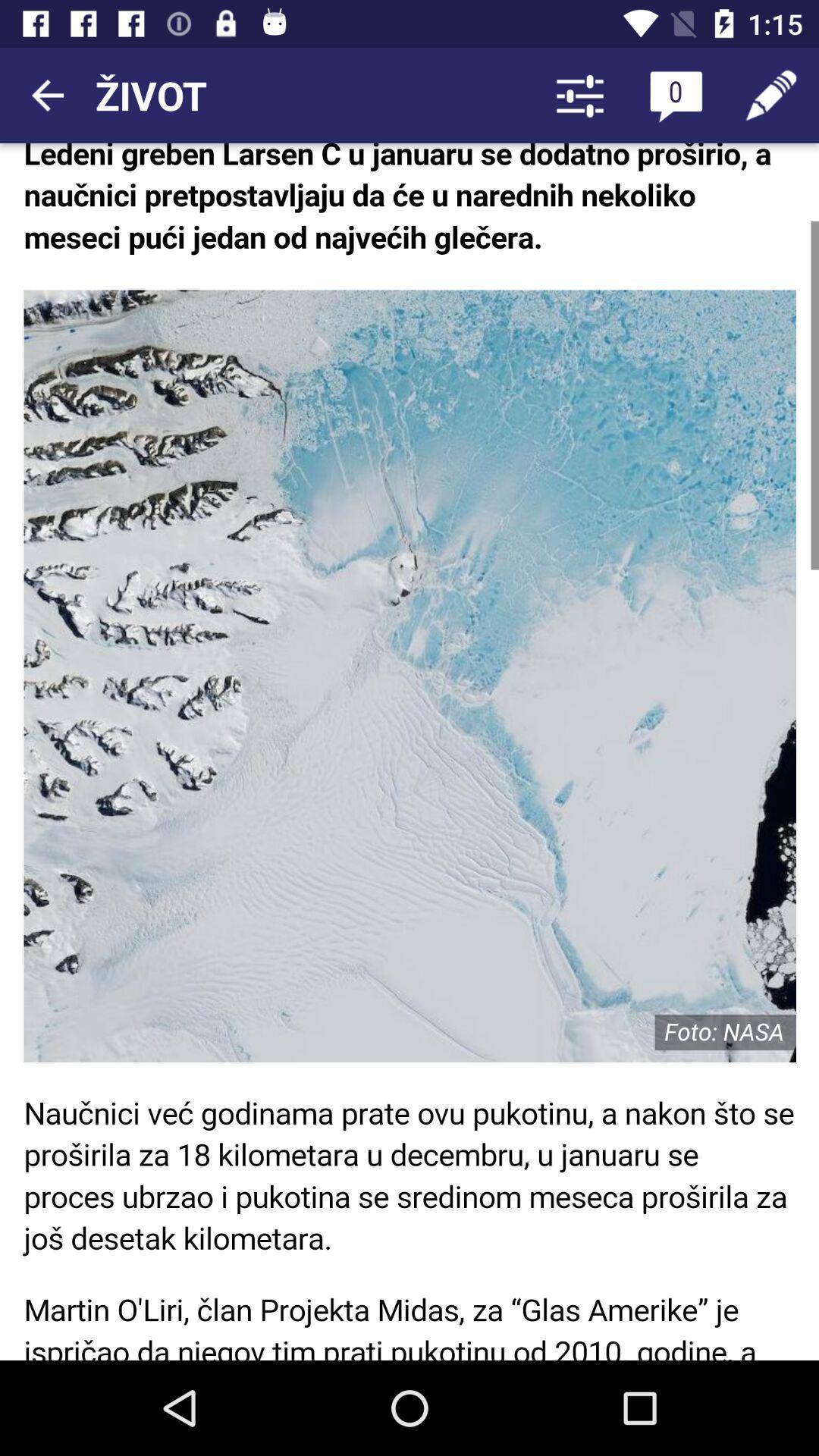 The image size is (819, 1456). I want to click on the chat icon, so click(675, 94).